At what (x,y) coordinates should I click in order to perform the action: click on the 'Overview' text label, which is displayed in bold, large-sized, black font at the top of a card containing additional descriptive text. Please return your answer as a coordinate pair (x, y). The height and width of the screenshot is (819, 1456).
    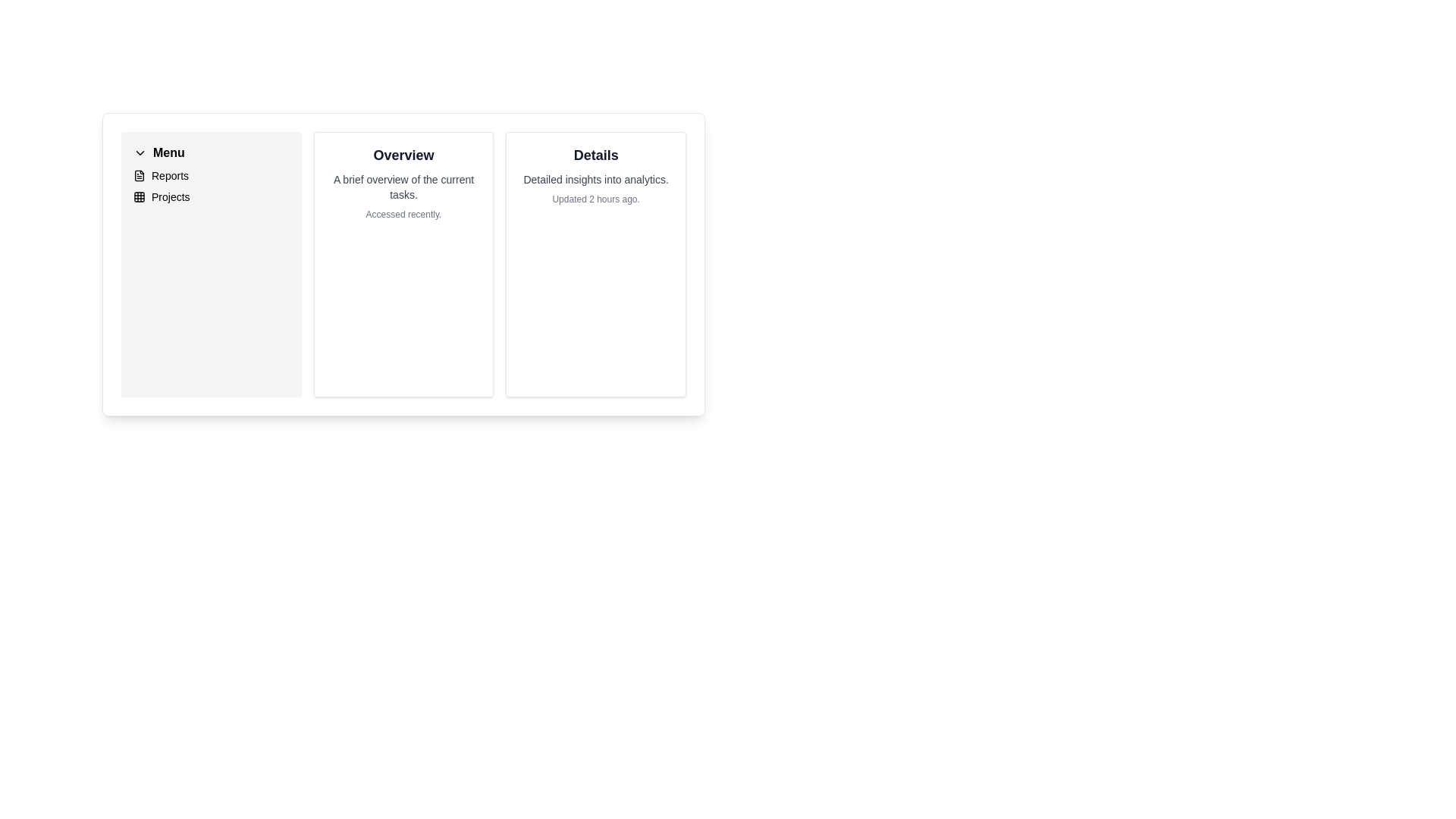
    Looking at the image, I should click on (403, 155).